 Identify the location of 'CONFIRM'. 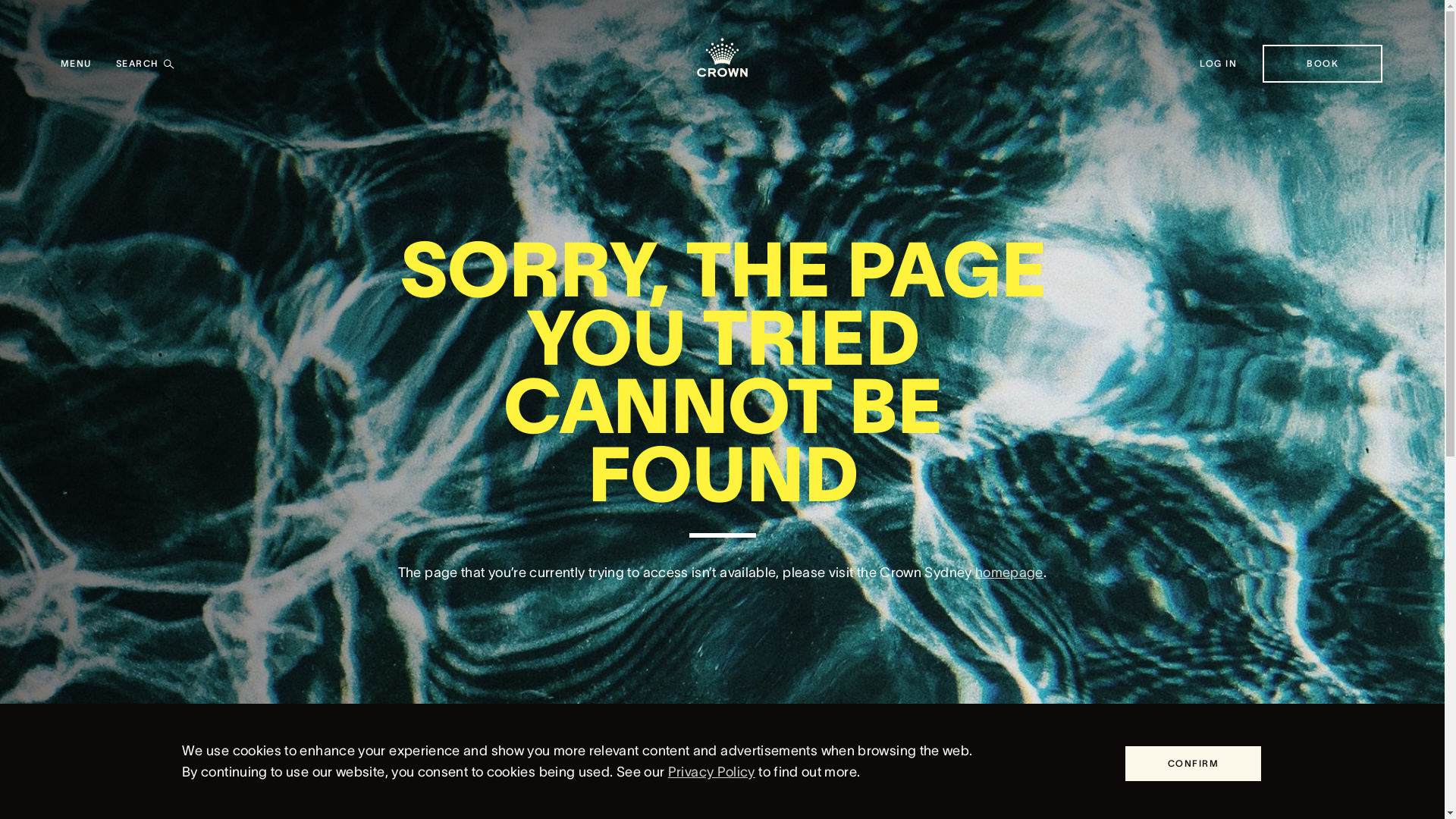
(1192, 763).